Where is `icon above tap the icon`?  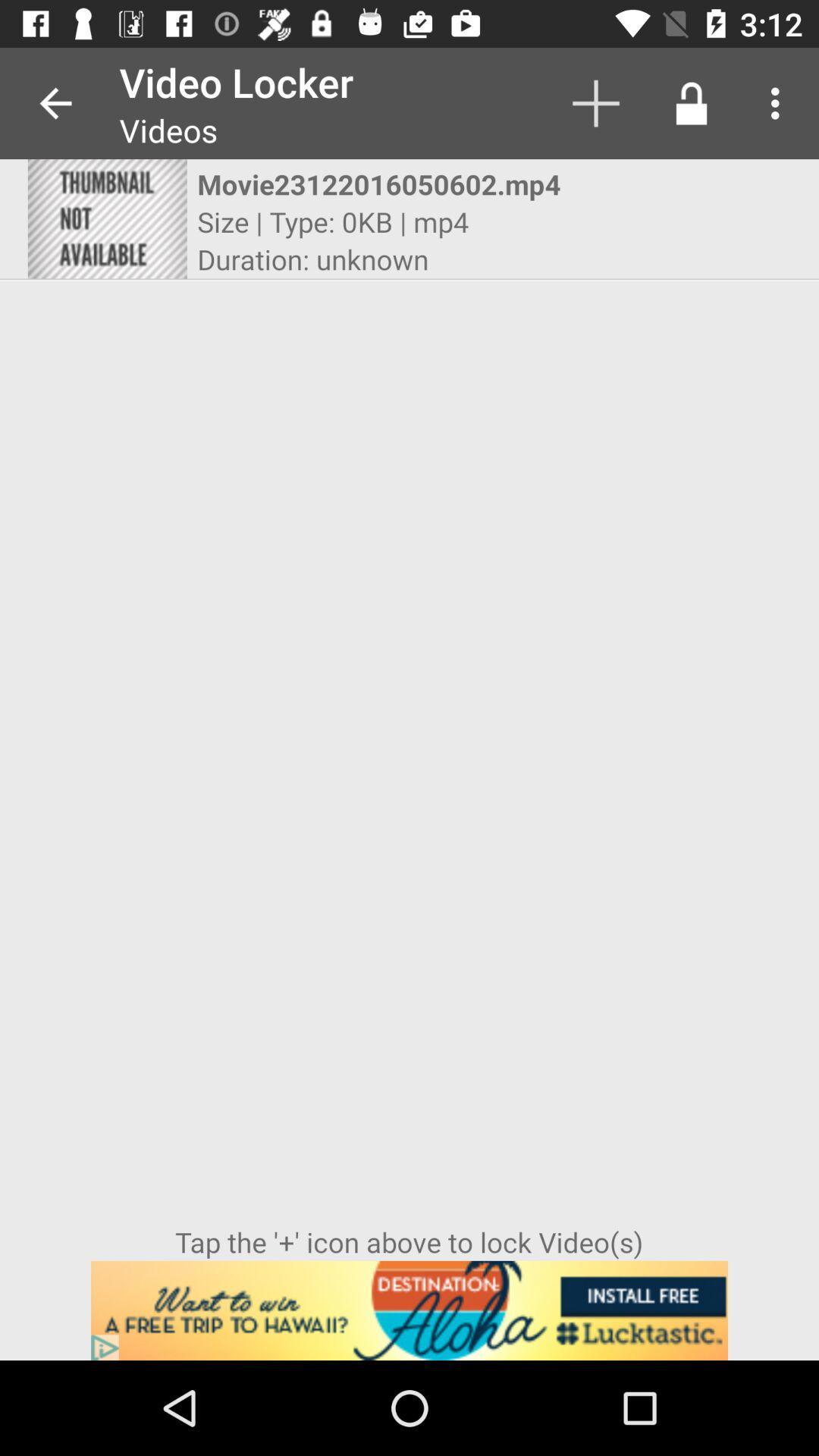 icon above tap the icon is located at coordinates (312, 259).